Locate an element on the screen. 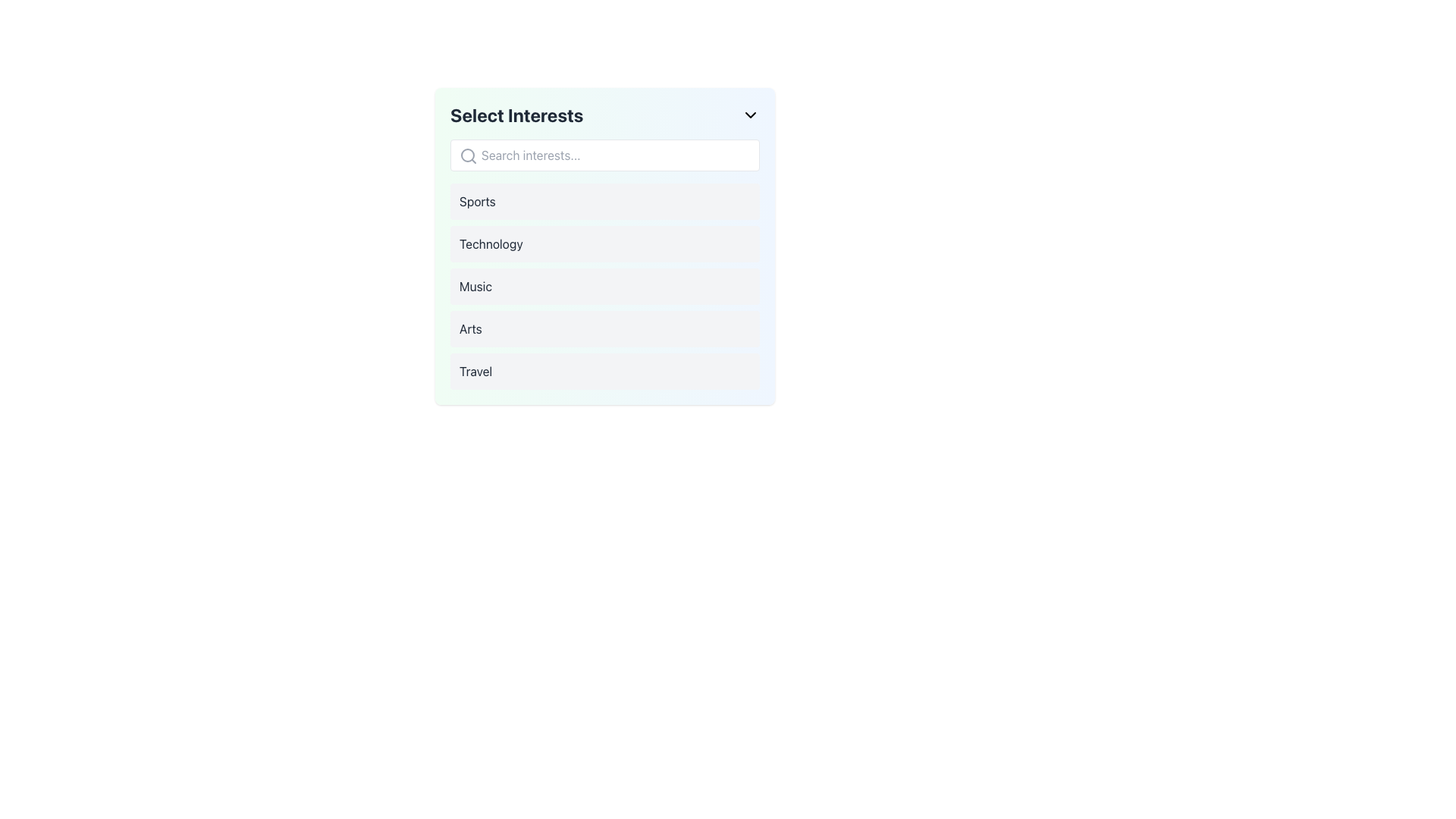 The image size is (1456, 819). label 'Music' which represents an interest option in the list under 'Select Interests' is located at coordinates (475, 287).